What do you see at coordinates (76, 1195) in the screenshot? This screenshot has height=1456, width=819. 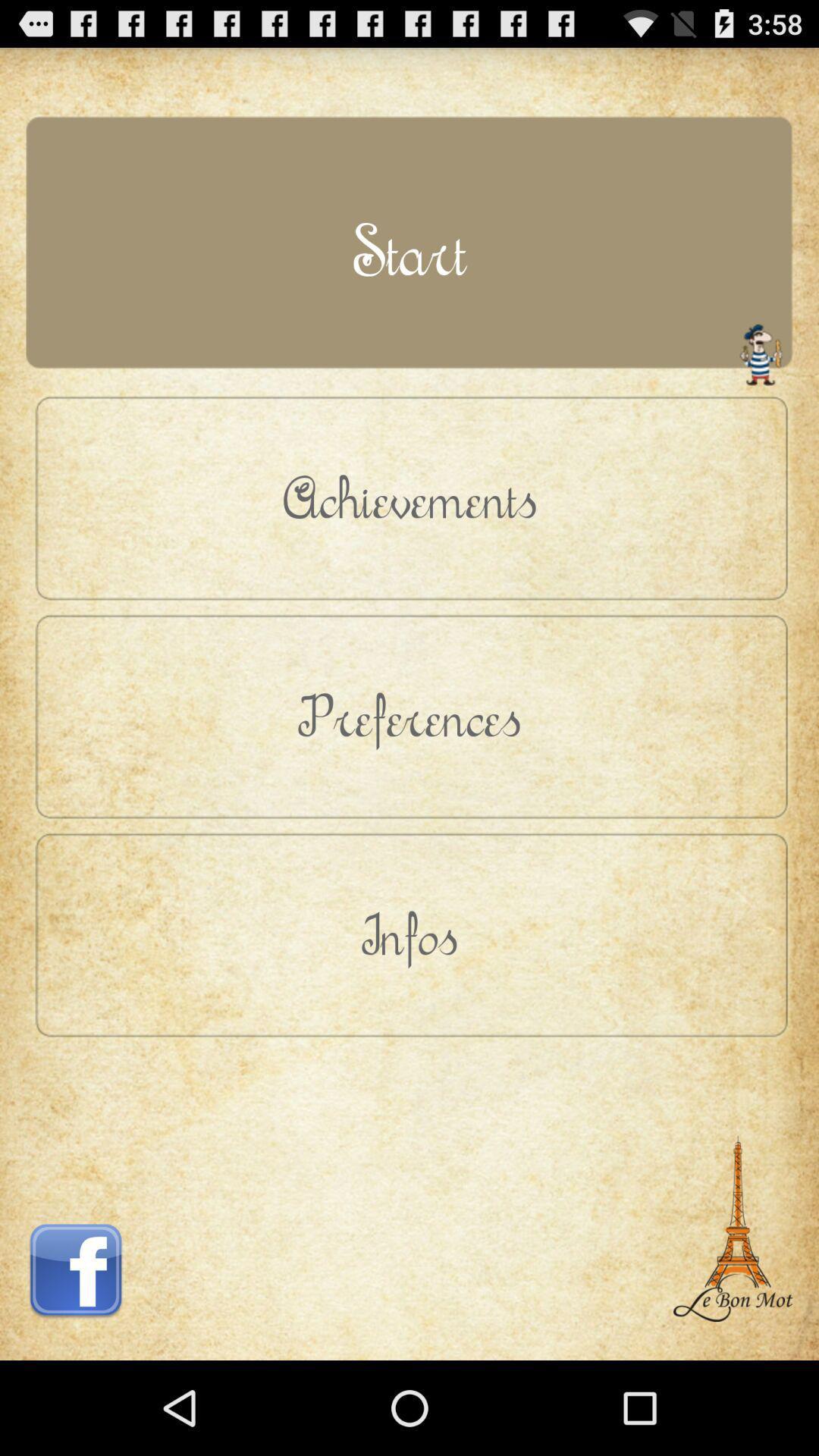 I see `icon at the bottom left corner` at bounding box center [76, 1195].